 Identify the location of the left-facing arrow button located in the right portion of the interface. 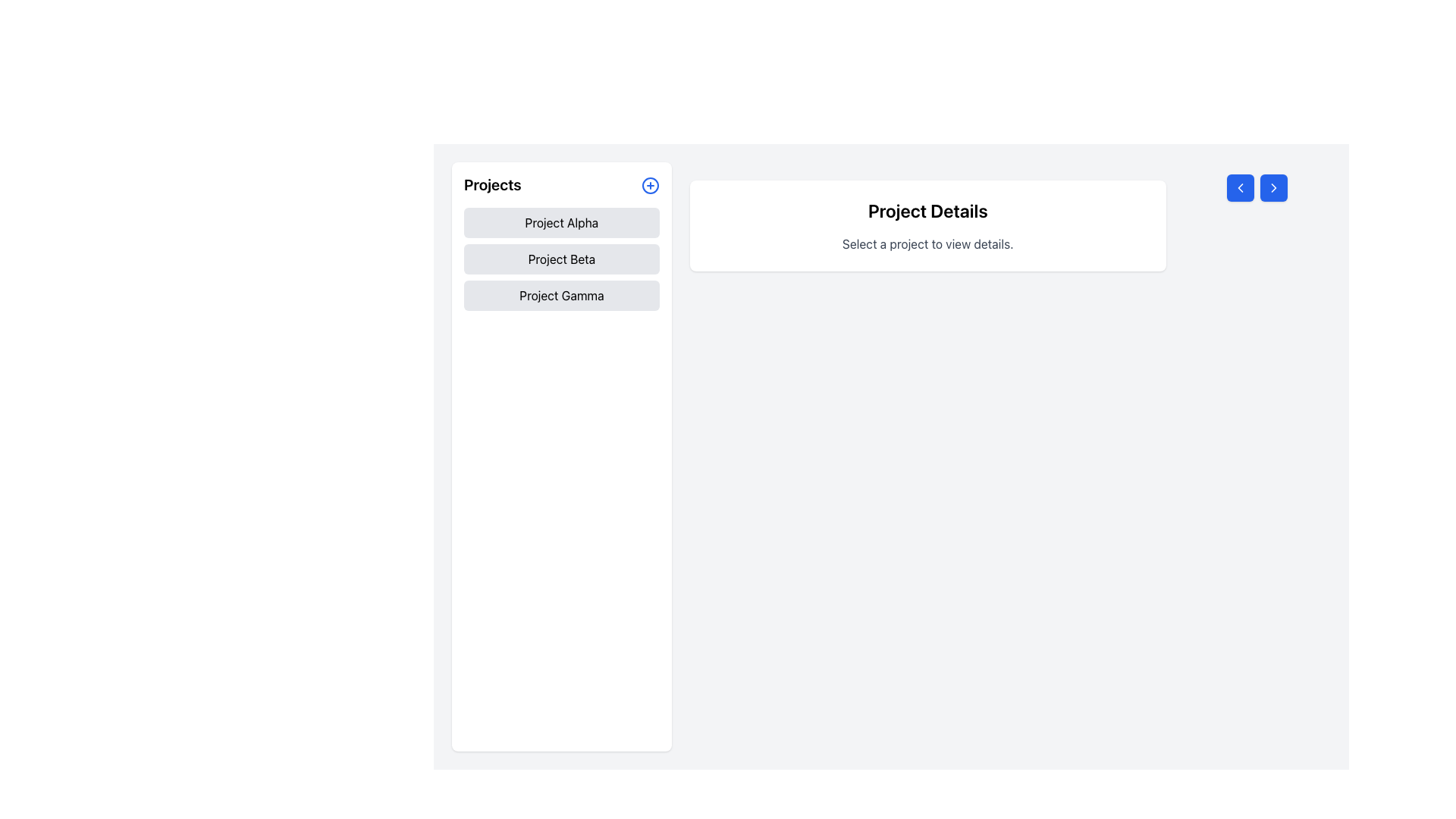
(1241, 187).